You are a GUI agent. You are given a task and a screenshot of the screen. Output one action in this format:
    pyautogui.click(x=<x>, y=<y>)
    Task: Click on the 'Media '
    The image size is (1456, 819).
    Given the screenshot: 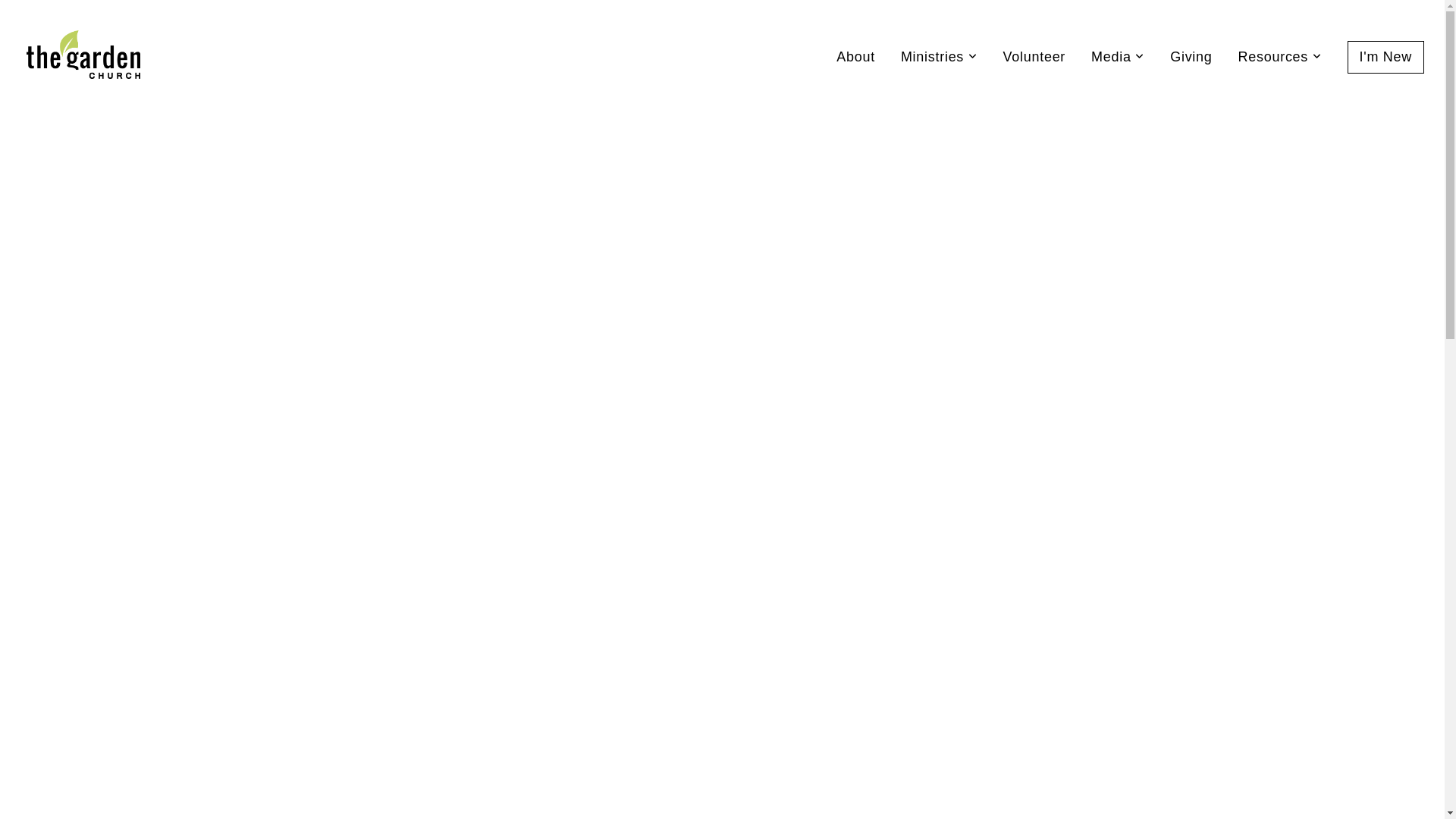 What is the action you would take?
    pyautogui.click(x=1117, y=55)
    